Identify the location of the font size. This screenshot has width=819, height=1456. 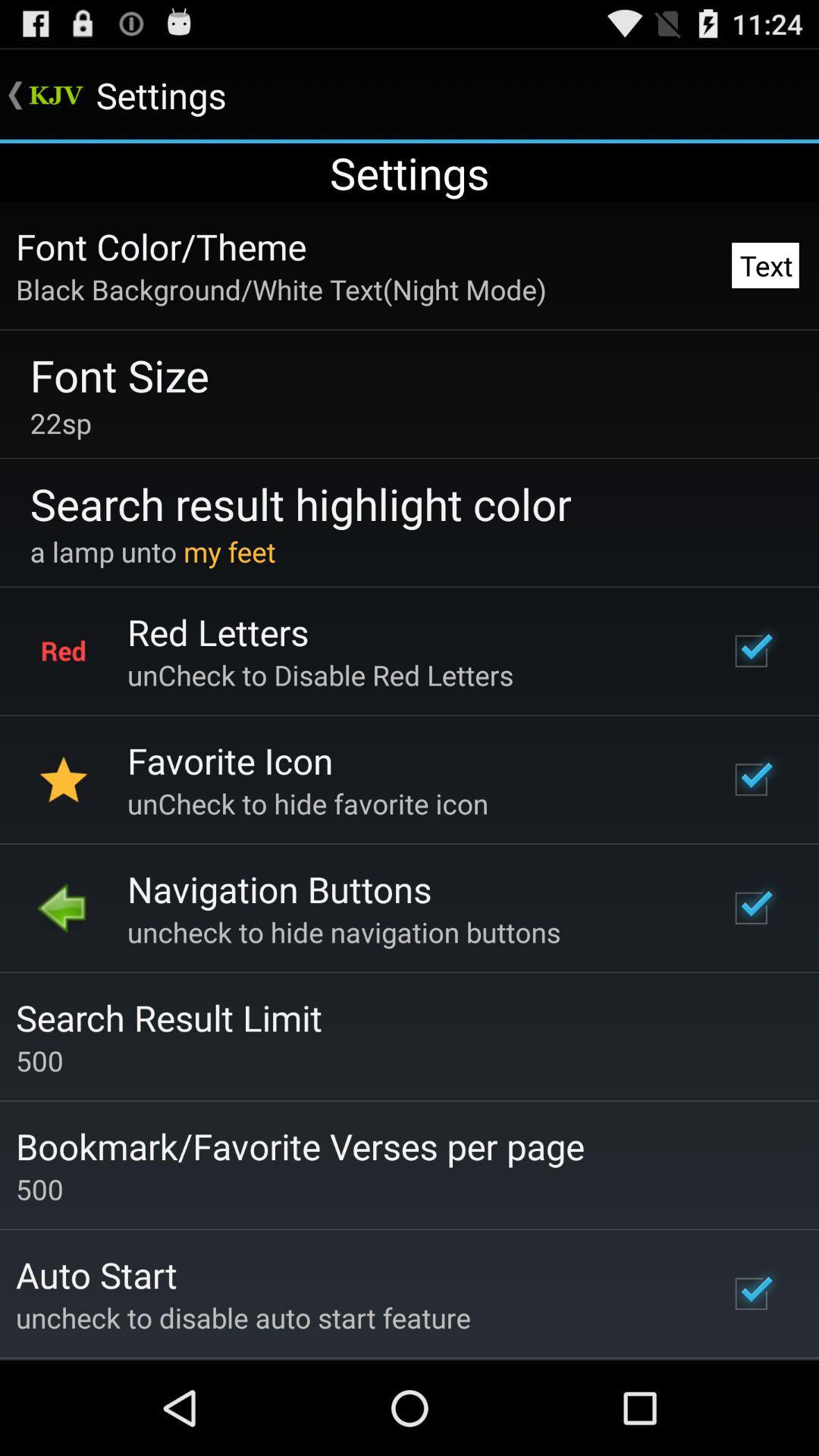
(118, 375).